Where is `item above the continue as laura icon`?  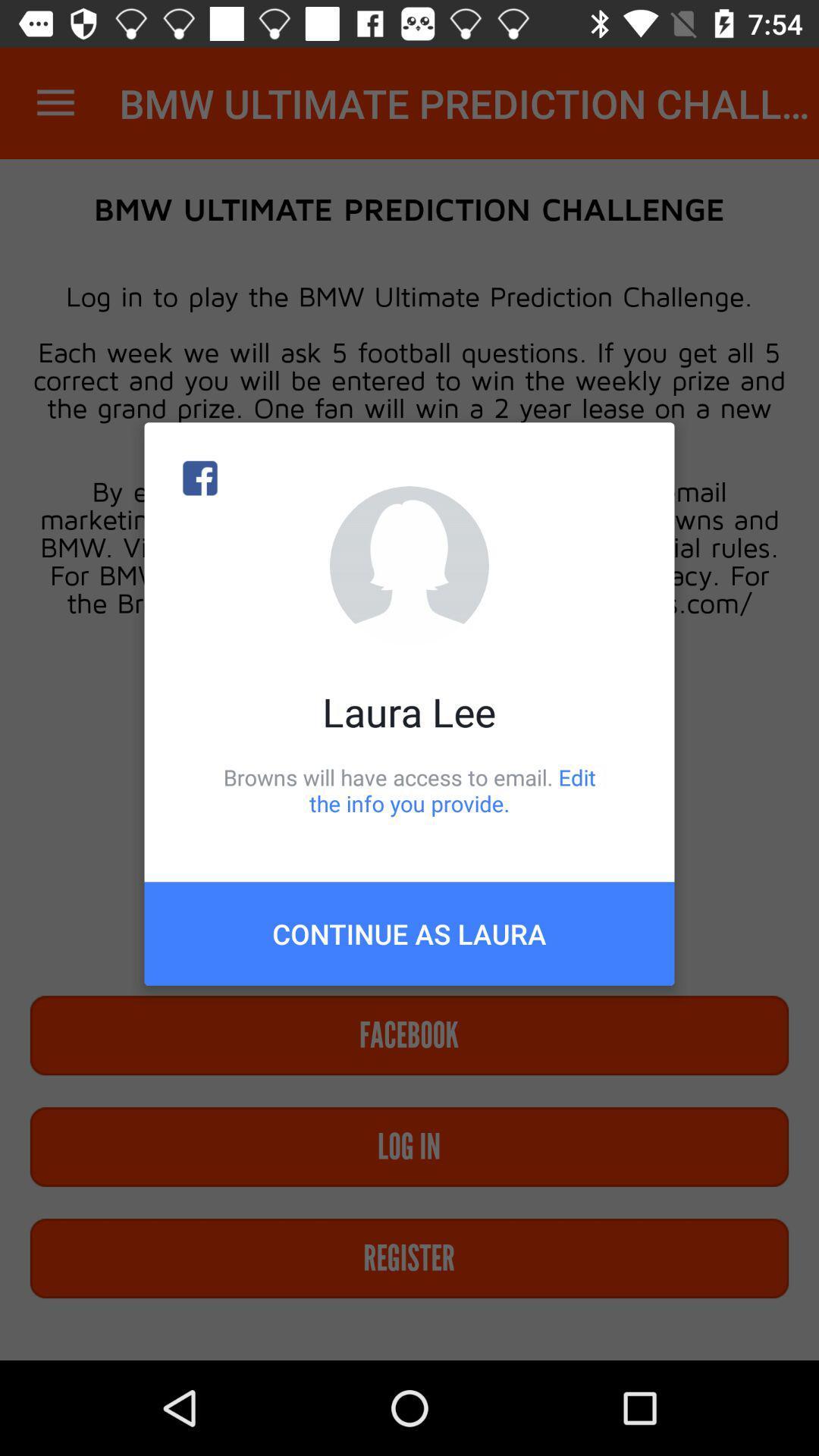
item above the continue as laura icon is located at coordinates (409, 789).